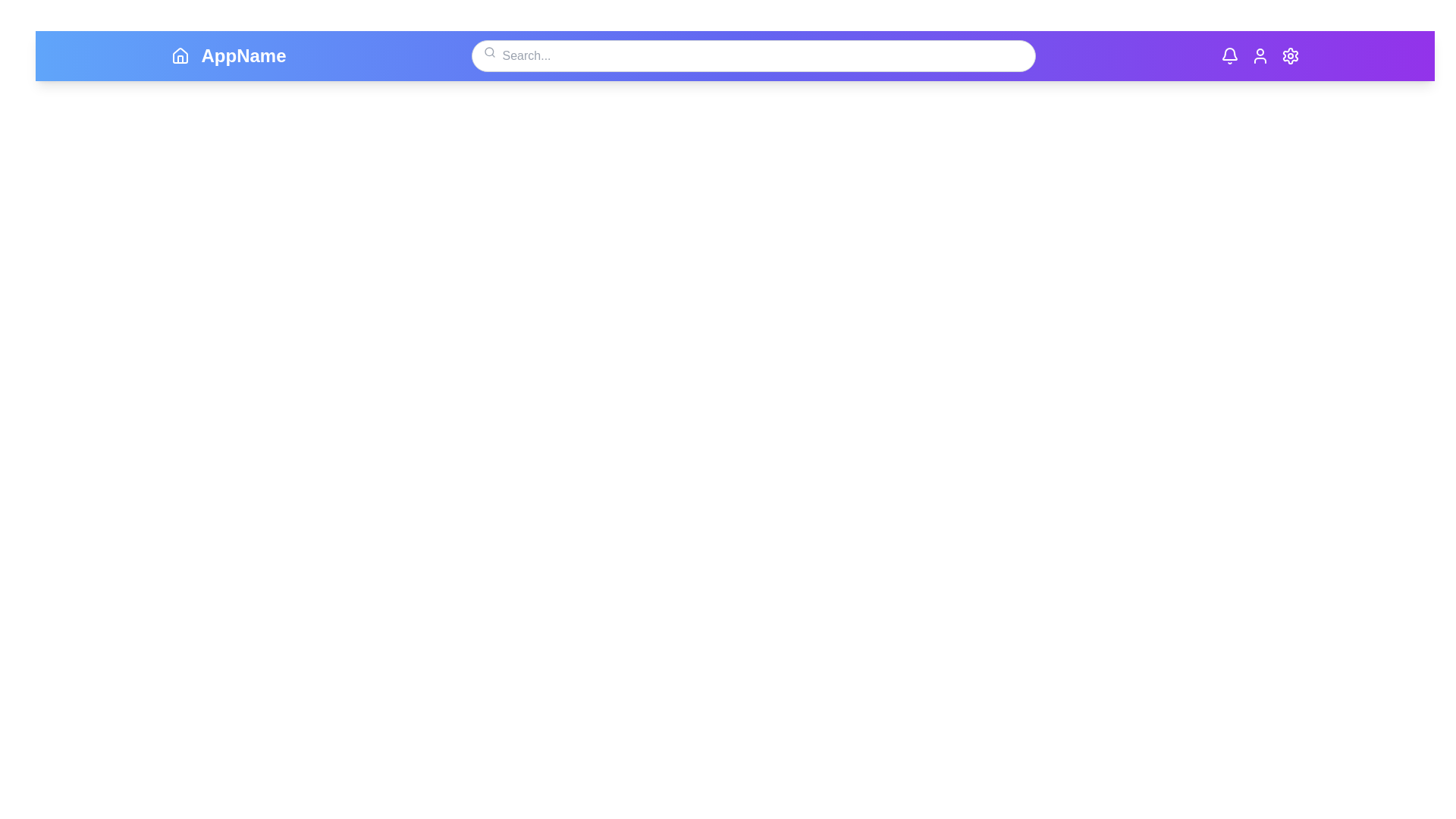 This screenshot has height=819, width=1456. What do you see at coordinates (1260, 55) in the screenshot?
I see `the User icon to navigate` at bounding box center [1260, 55].